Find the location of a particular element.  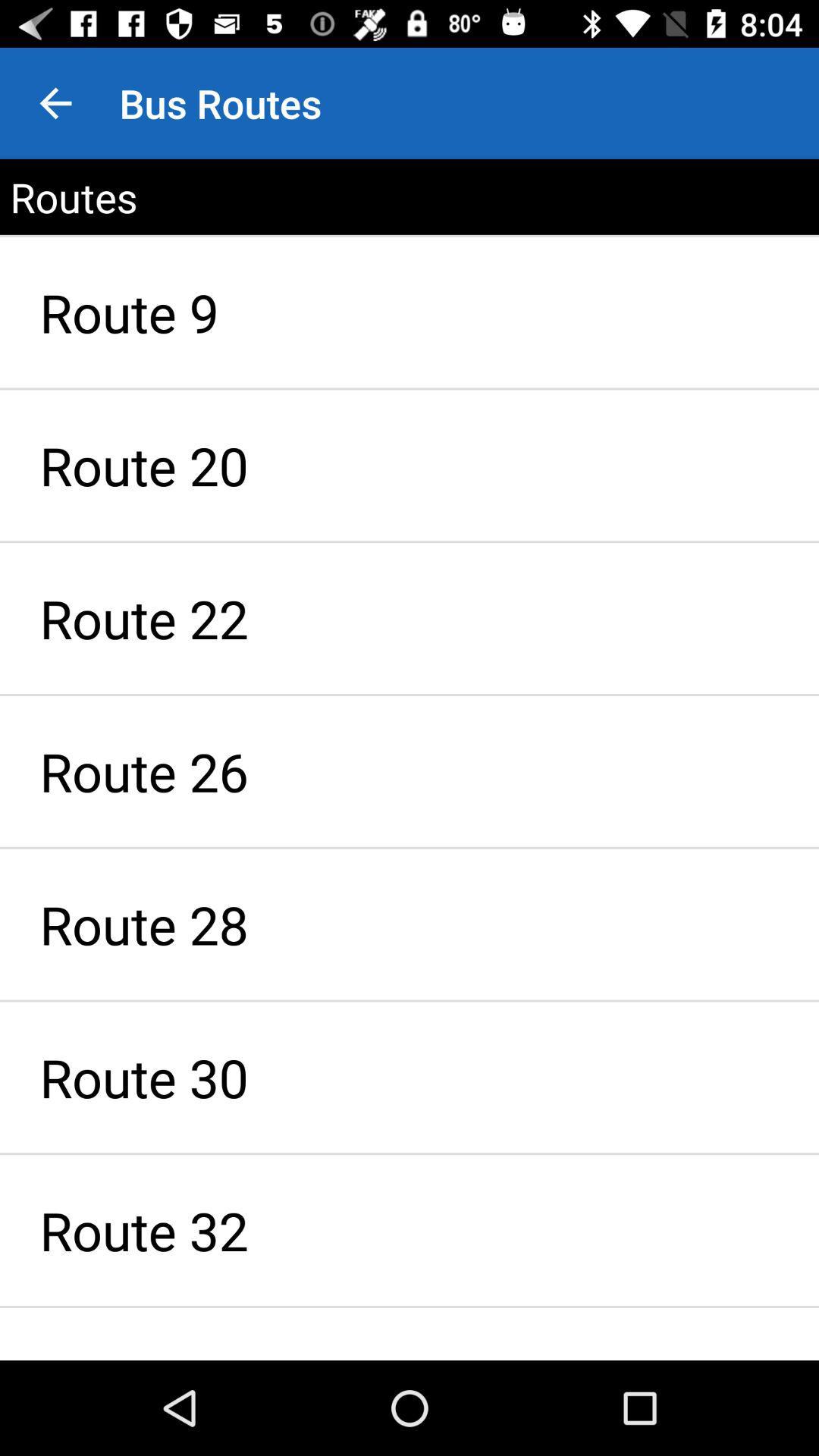

item below route 28 icon is located at coordinates (409, 1076).